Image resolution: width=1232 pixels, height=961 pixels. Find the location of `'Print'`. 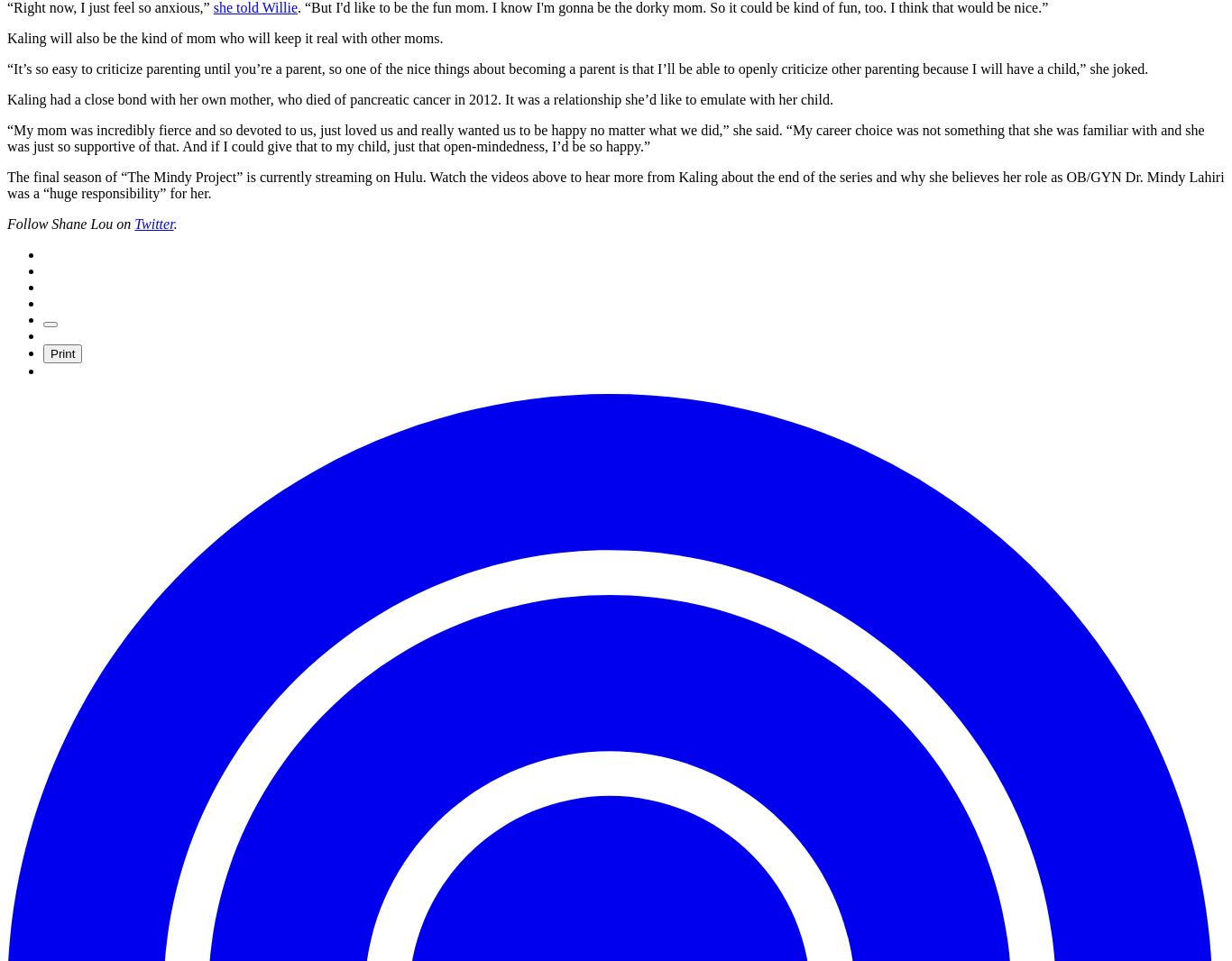

'Print' is located at coordinates (62, 353).